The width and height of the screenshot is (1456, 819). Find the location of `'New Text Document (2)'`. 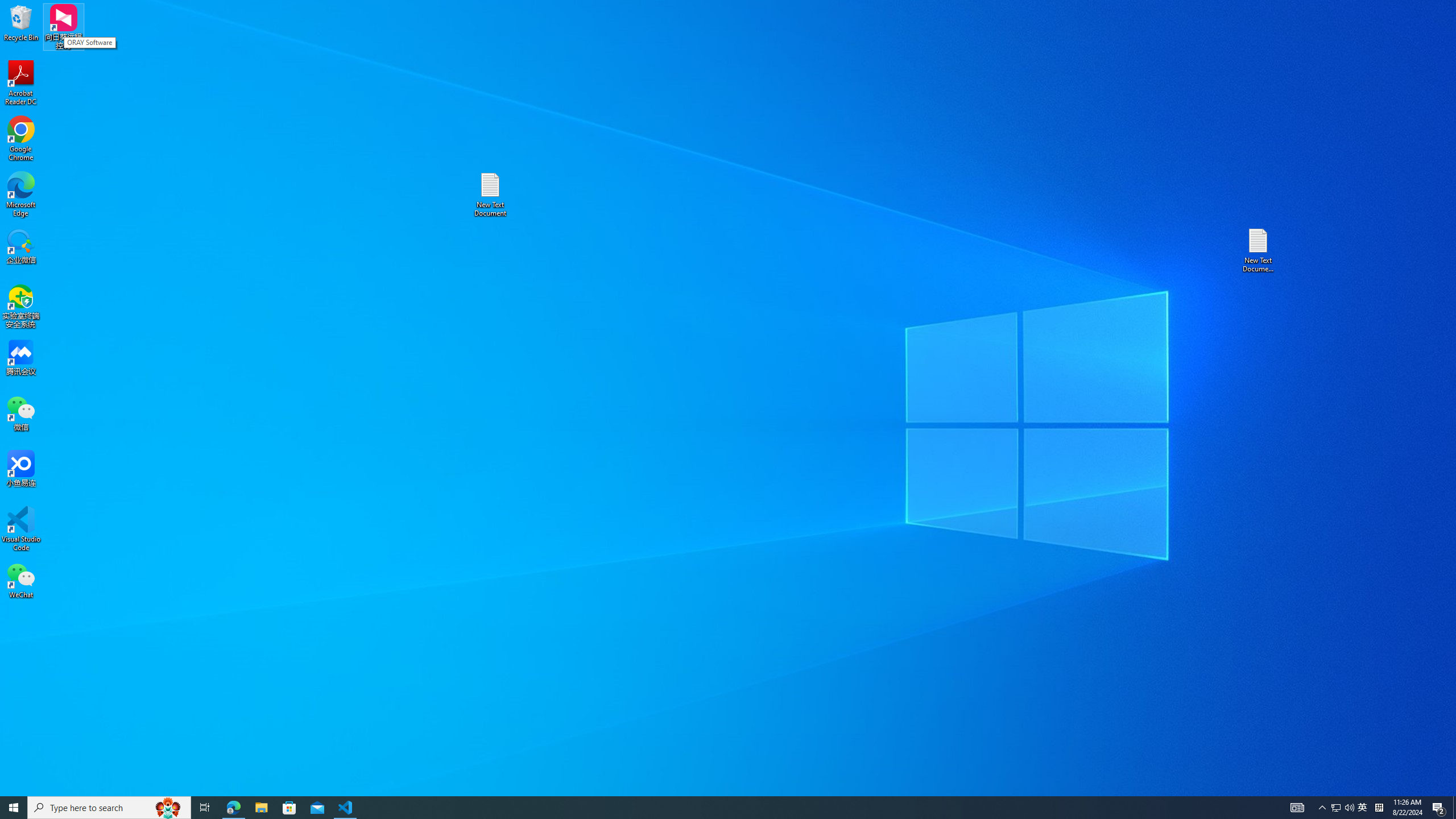

'New Text Document (2)' is located at coordinates (1259, 249).